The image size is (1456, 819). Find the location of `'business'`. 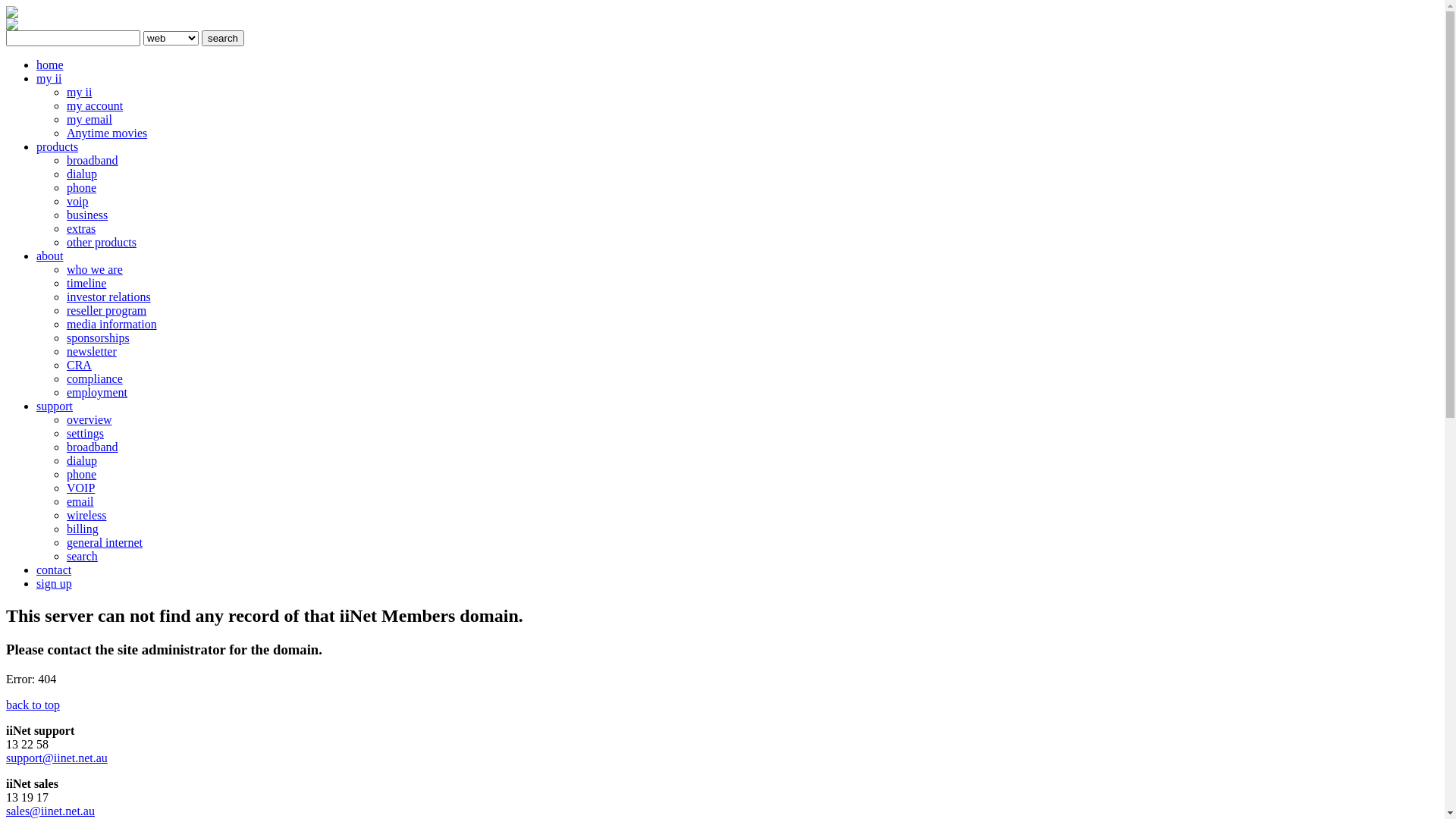

'business' is located at coordinates (86, 215).